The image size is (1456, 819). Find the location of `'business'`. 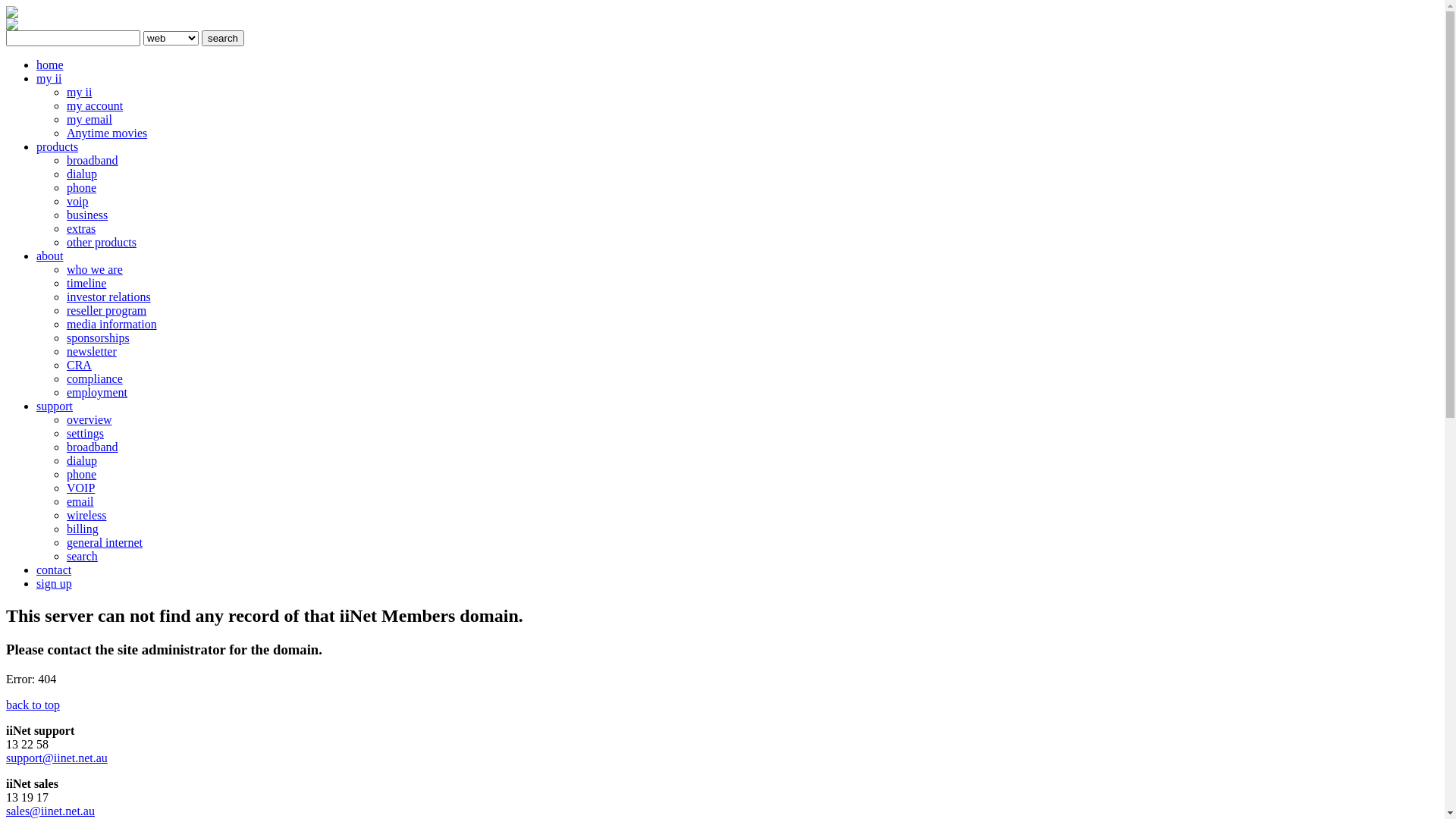

'business' is located at coordinates (86, 215).